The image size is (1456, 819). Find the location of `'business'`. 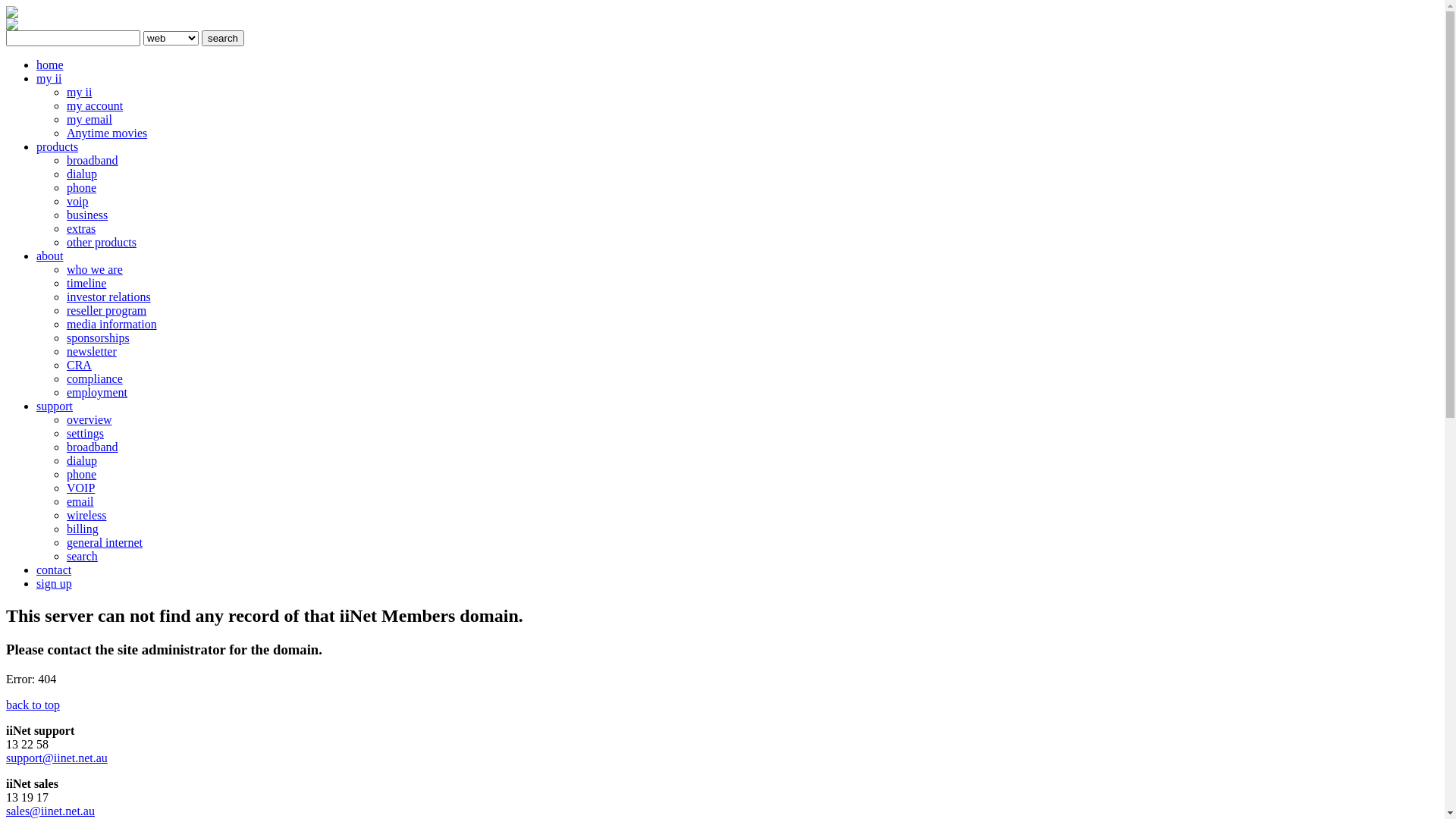

'business' is located at coordinates (86, 215).